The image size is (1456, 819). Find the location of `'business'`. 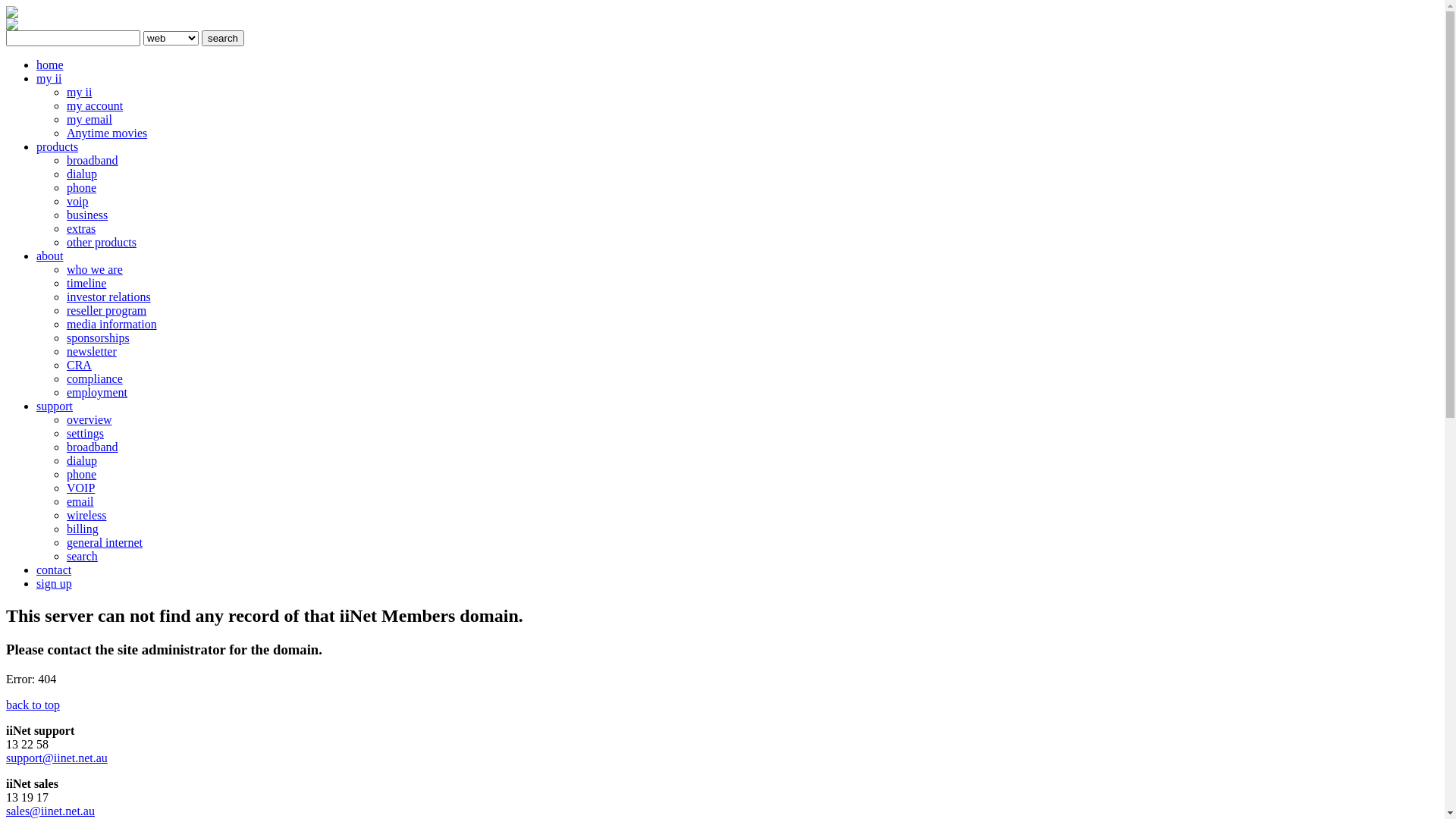

'business' is located at coordinates (86, 215).